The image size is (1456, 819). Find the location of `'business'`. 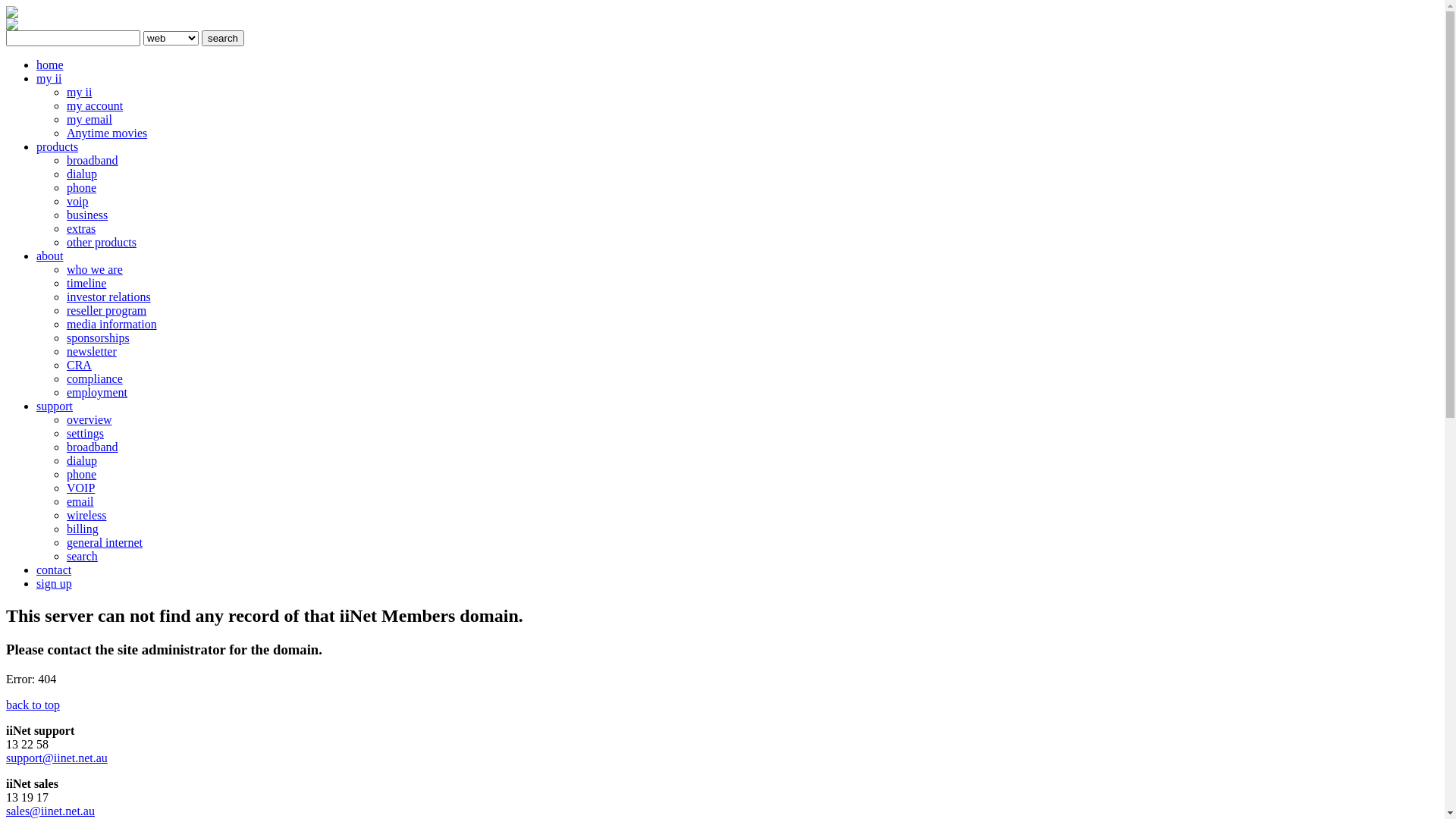

'business' is located at coordinates (86, 215).